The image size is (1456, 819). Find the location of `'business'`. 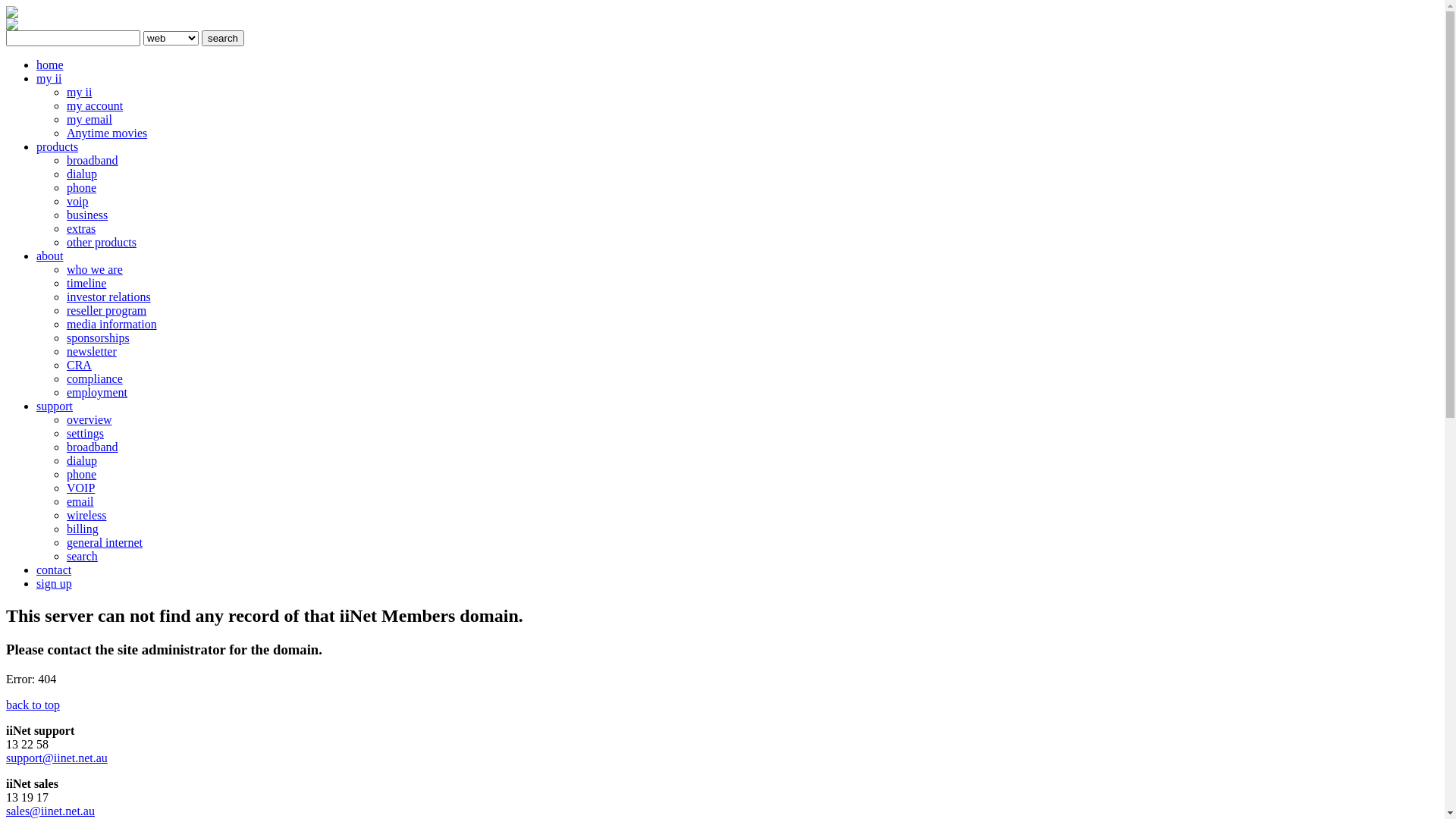

'business' is located at coordinates (86, 215).